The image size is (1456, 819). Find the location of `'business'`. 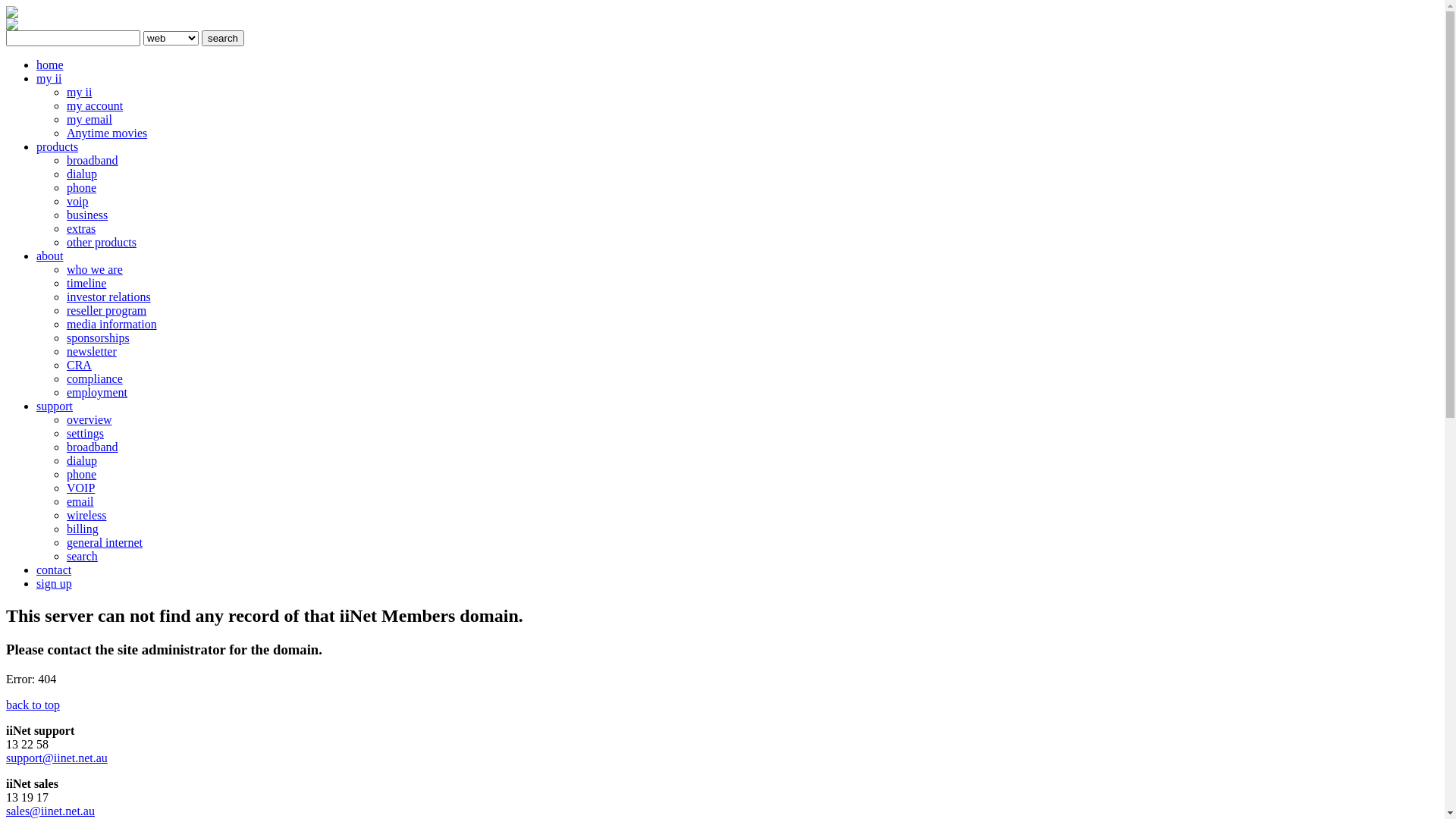

'business' is located at coordinates (86, 215).